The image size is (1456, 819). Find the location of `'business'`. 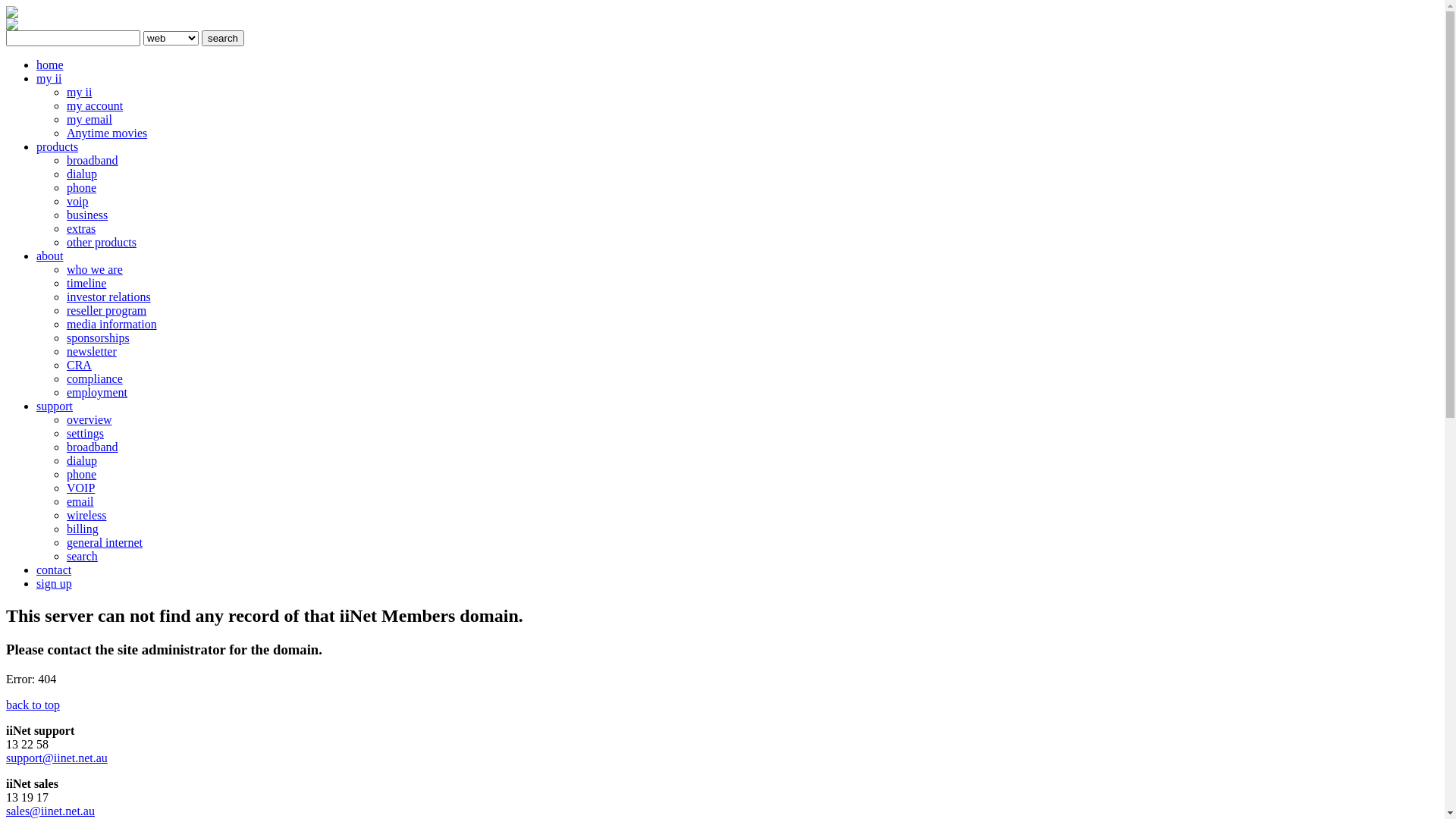

'business' is located at coordinates (86, 215).